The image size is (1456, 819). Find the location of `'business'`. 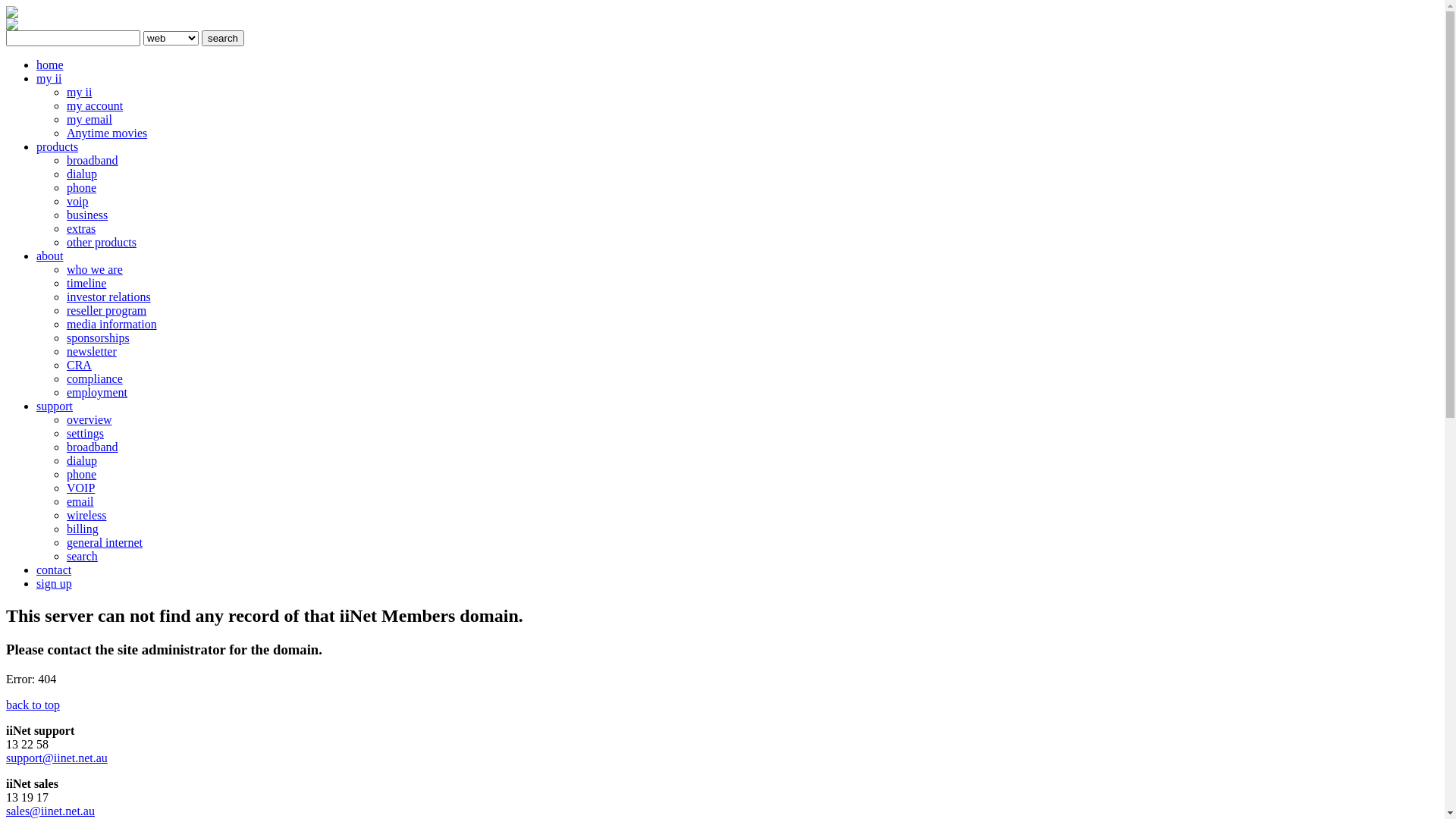

'business' is located at coordinates (86, 215).